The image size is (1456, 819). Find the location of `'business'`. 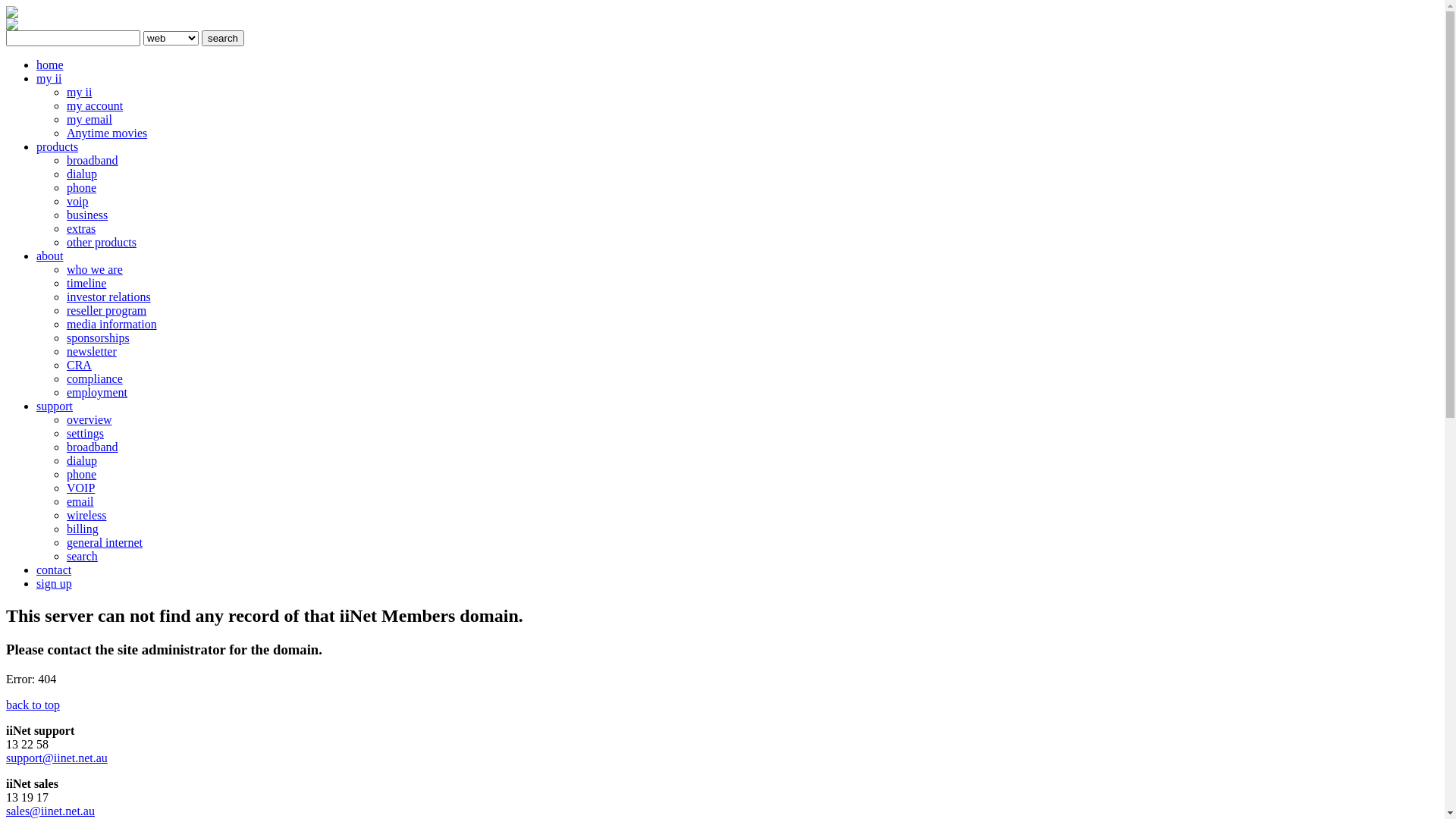

'business' is located at coordinates (86, 215).